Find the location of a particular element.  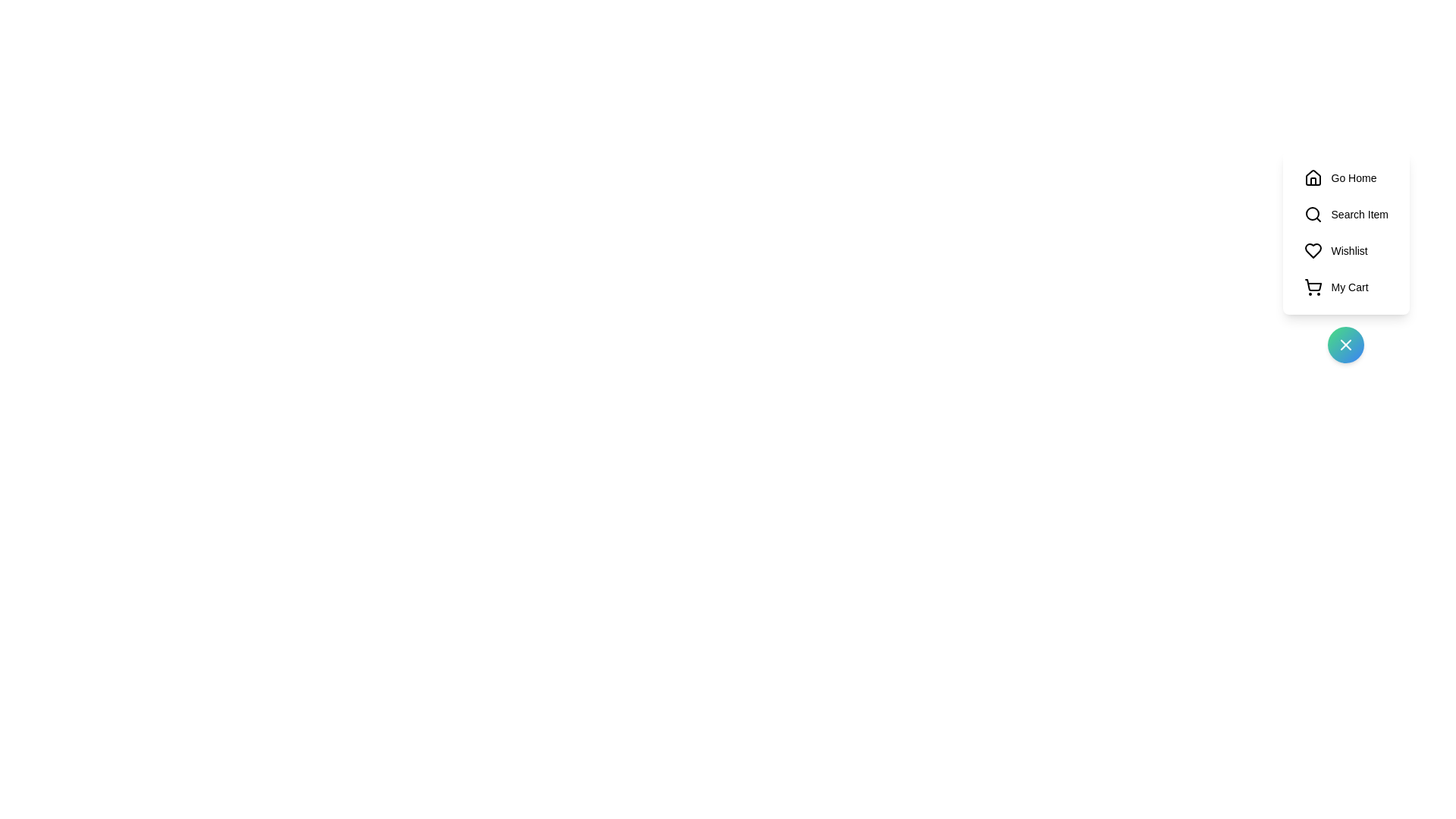

the 'Wishlist' option in the menu is located at coordinates (1346, 250).